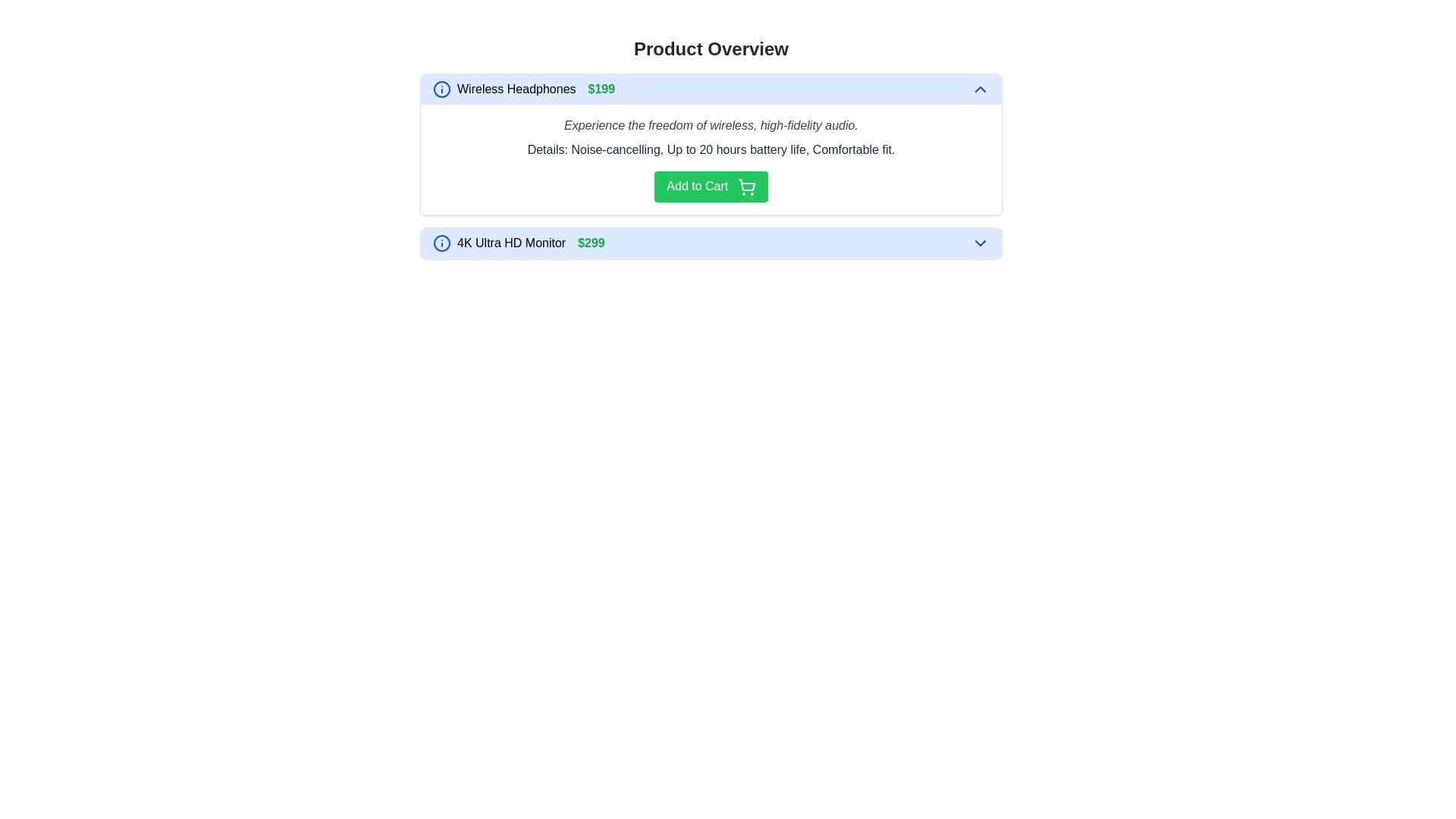 This screenshot has height=819, width=1456. What do you see at coordinates (601, 89) in the screenshot?
I see `the text label displaying the price '$199' in bold green font, located in the 'Wireless Headphones' section towards the upper-right corner` at bounding box center [601, 89].